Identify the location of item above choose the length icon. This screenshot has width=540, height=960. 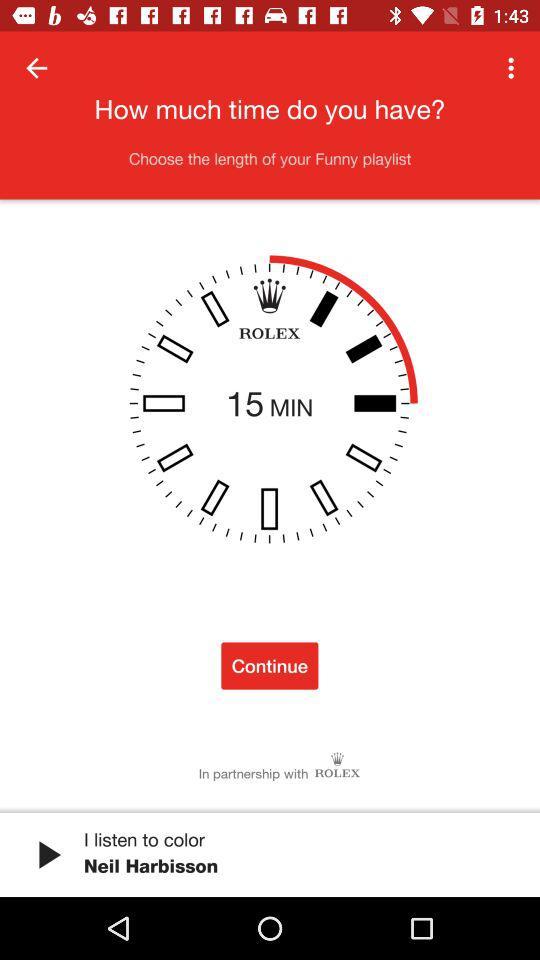
(36, 68).